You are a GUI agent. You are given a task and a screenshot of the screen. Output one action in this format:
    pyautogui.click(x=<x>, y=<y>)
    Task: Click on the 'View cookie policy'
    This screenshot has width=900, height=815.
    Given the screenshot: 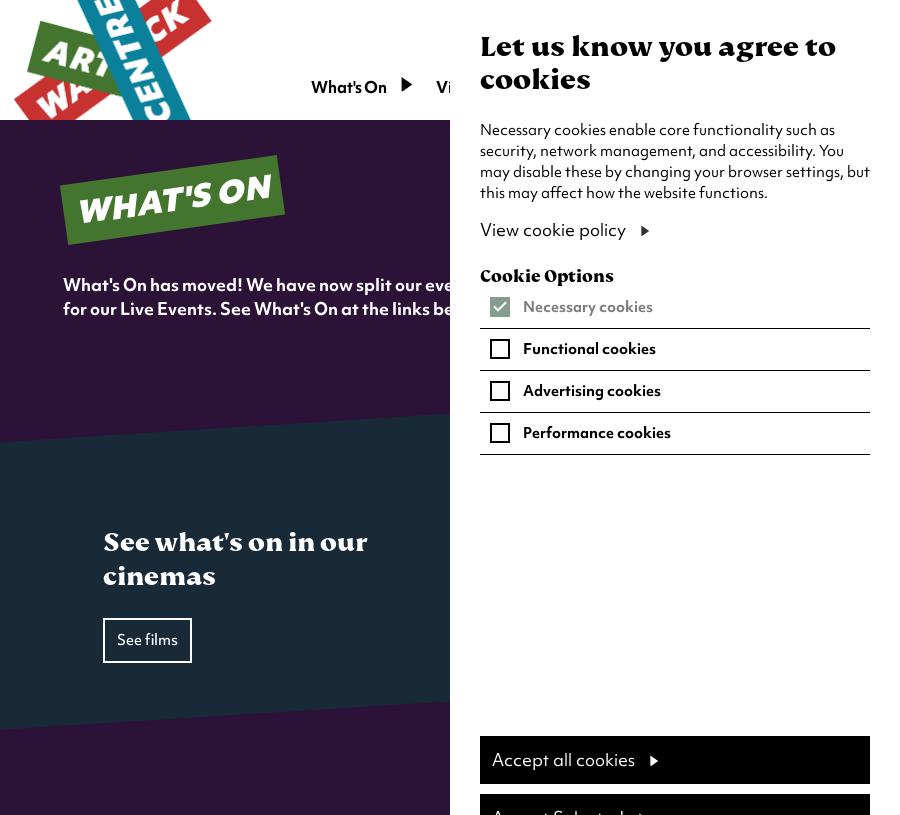 What is the action you would take?
    pyautogui.click(x=551, y=229)
    